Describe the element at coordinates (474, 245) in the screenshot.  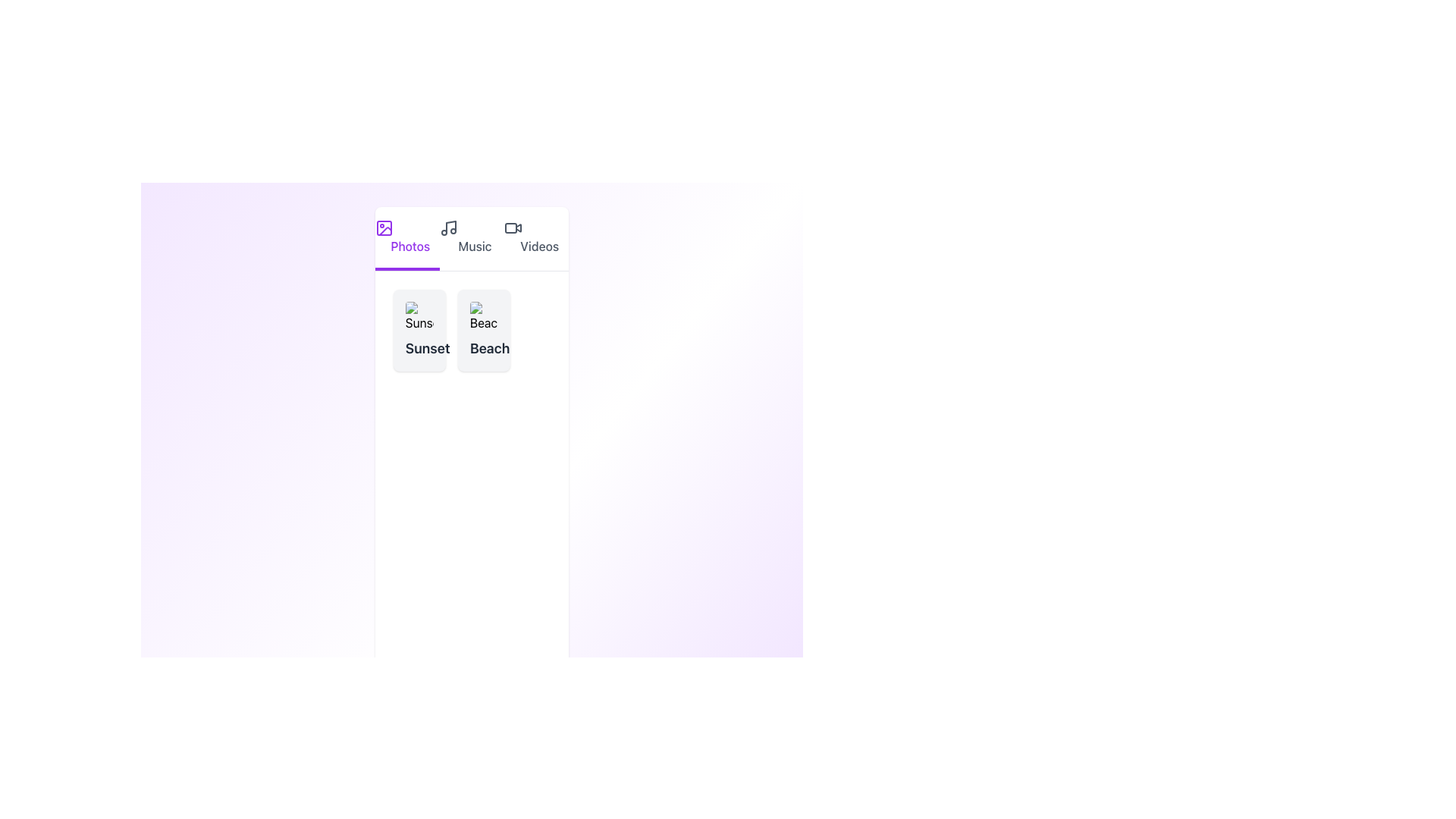
I see `the 'Music' text label in the top navigation bar, which is positioned between the 'Photos' and 'Videos' sections and is visually adjacent to a music icon` at that location.